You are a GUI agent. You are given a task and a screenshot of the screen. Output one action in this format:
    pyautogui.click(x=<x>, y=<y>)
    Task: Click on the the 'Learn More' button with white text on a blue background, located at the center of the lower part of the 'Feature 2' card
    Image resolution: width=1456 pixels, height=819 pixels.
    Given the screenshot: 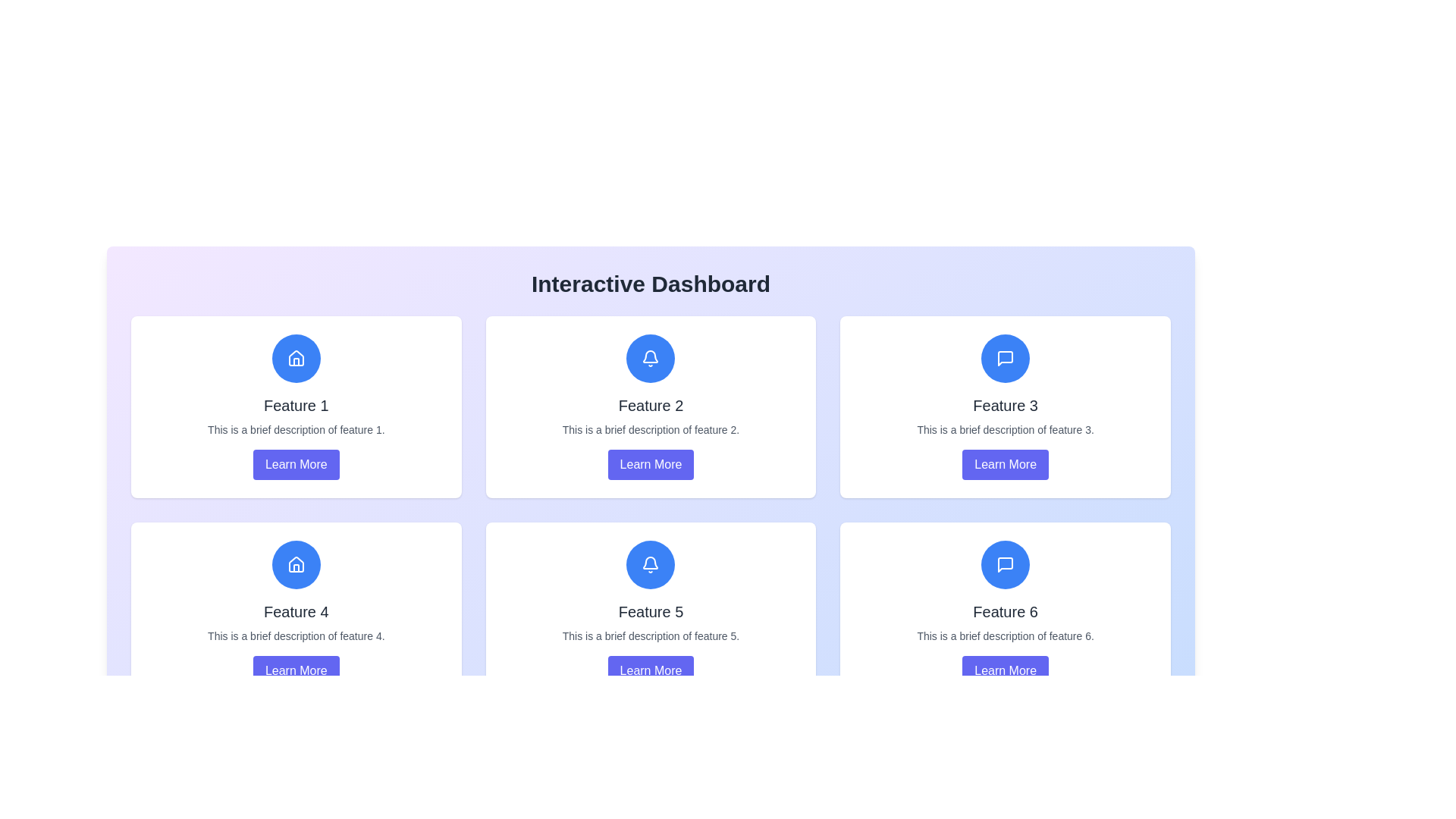 What is the action you would take?
    pyautogui.click(x=651, y=464)
    